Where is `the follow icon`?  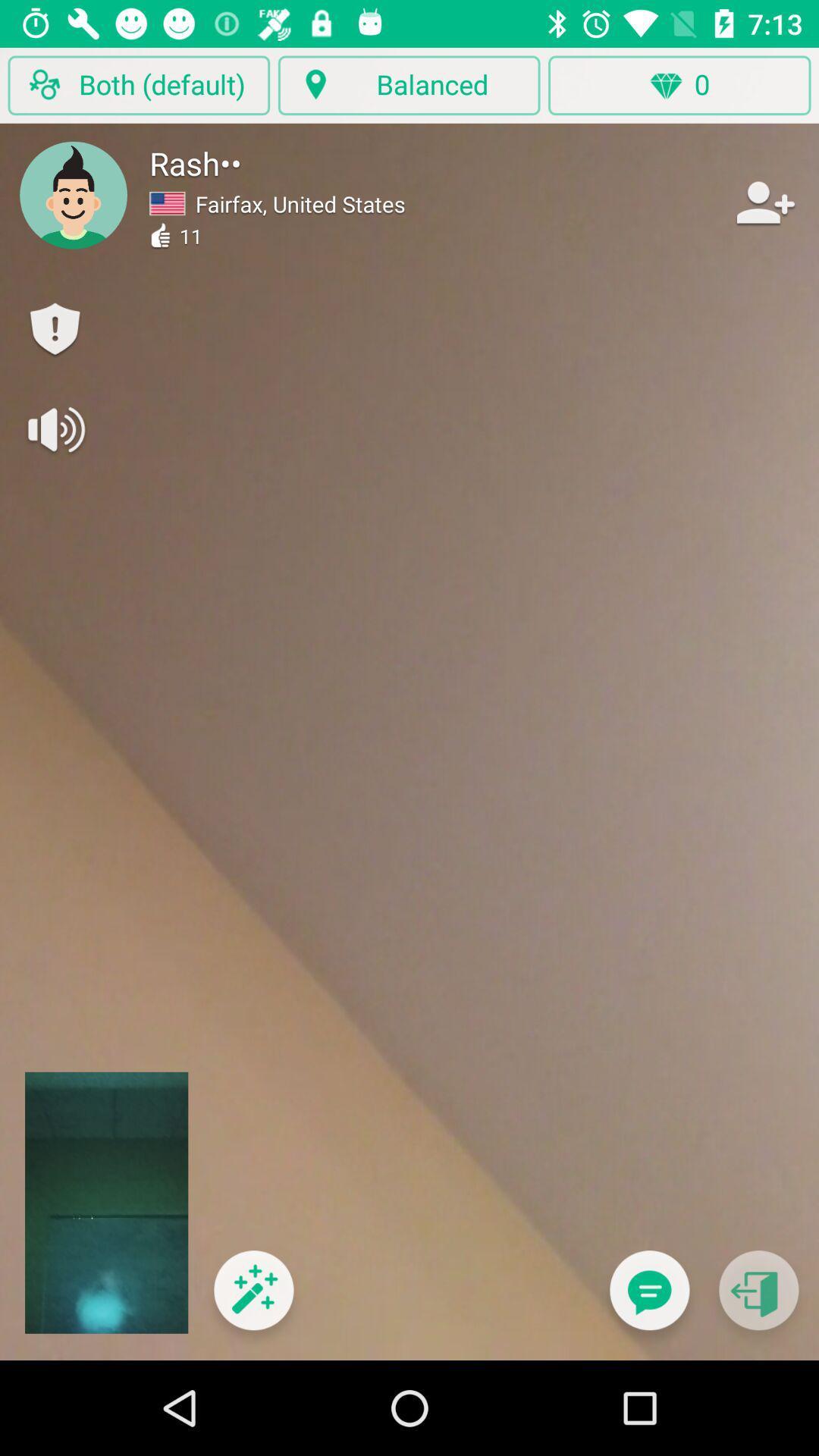
the follow icon is located at coordinates (764, 202).